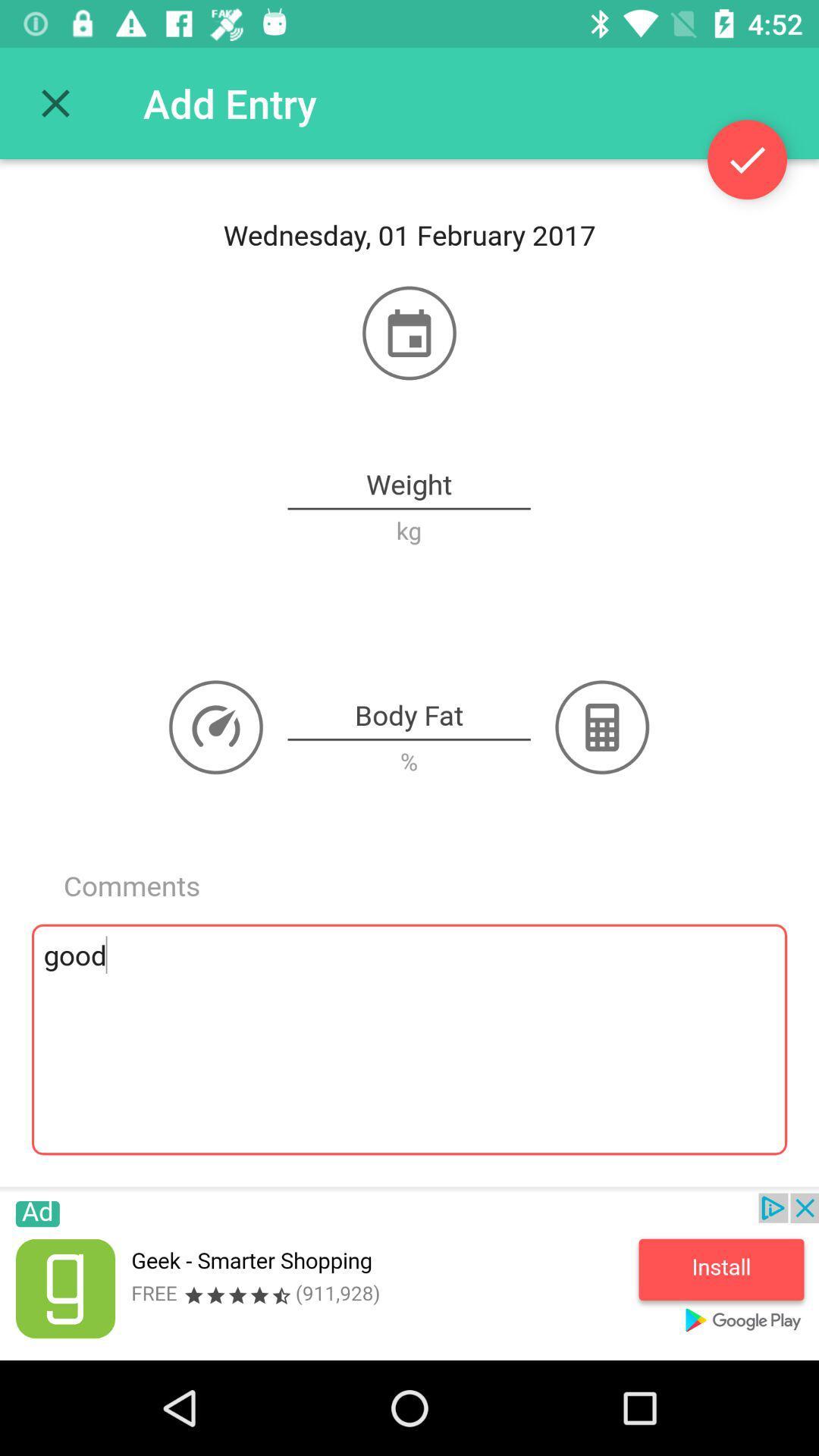  I want to click on the check icon, so click(746, 159).